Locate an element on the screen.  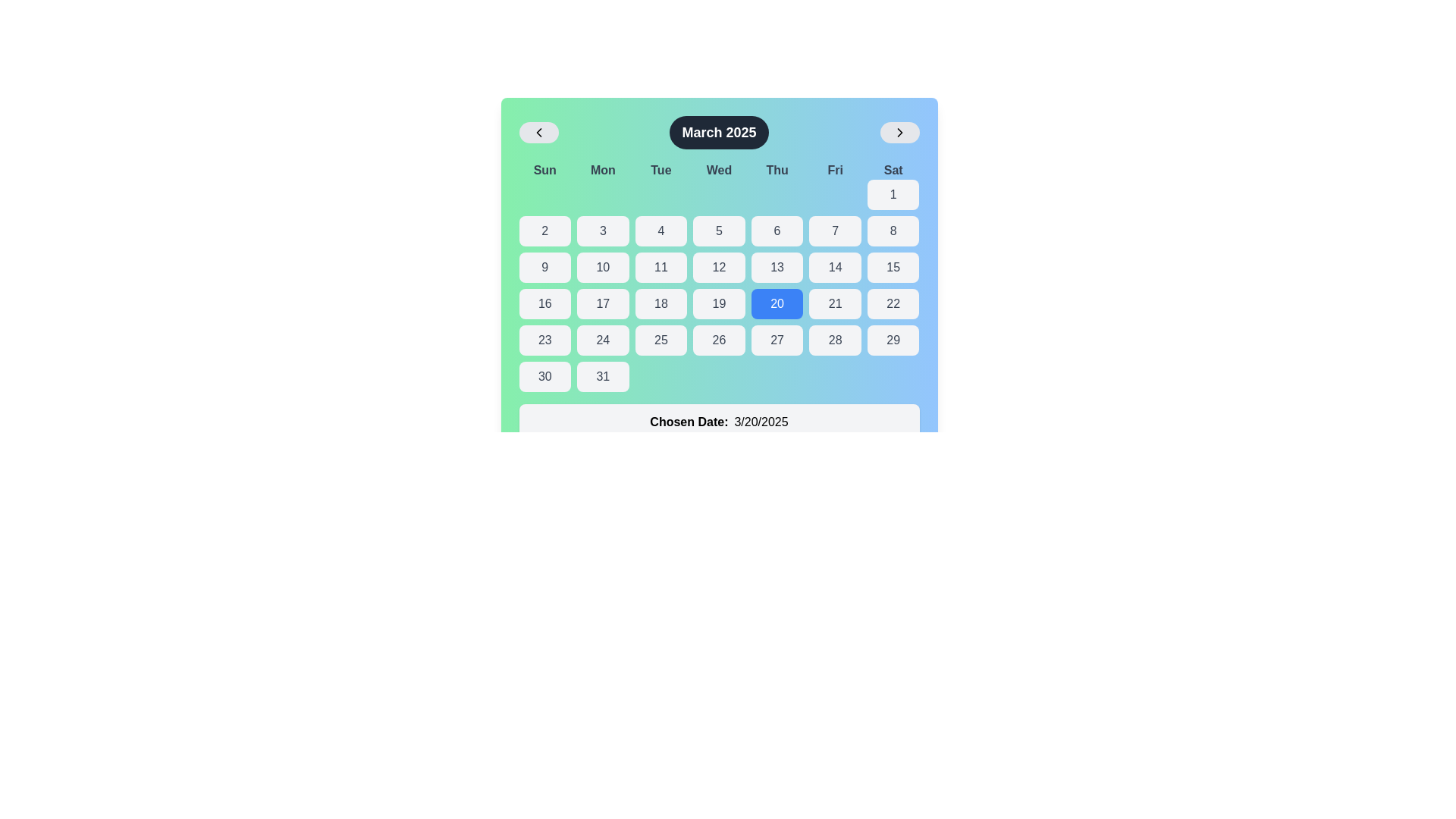
the button representing the 25th of the month in the calendar interface is located at coordinates (661, 339).